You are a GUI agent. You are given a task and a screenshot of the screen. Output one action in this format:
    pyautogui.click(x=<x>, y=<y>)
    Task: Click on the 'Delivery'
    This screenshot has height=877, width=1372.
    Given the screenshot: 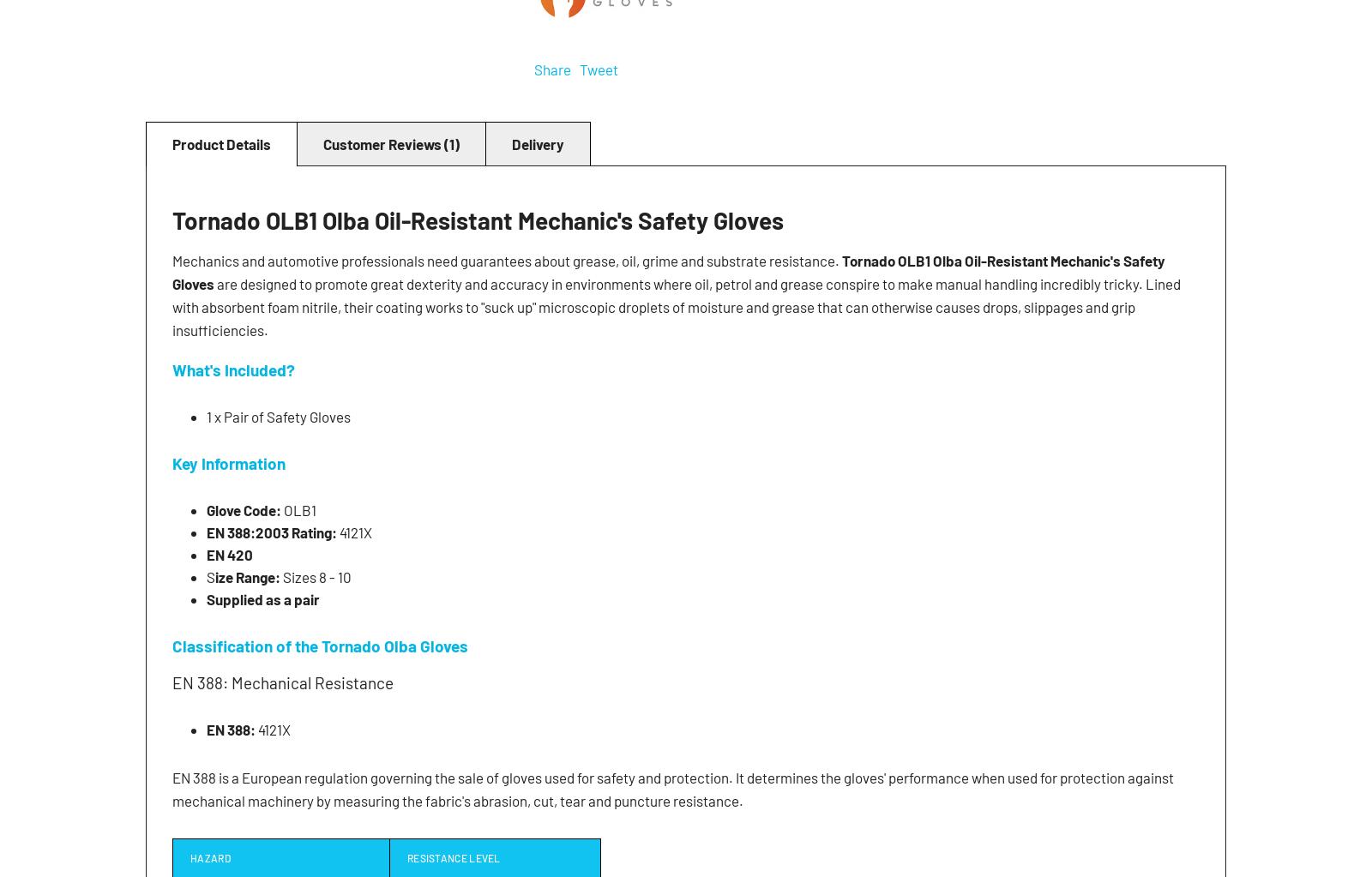 What is the action you would take?
    pyautogui.click(x=538, y=142)
    